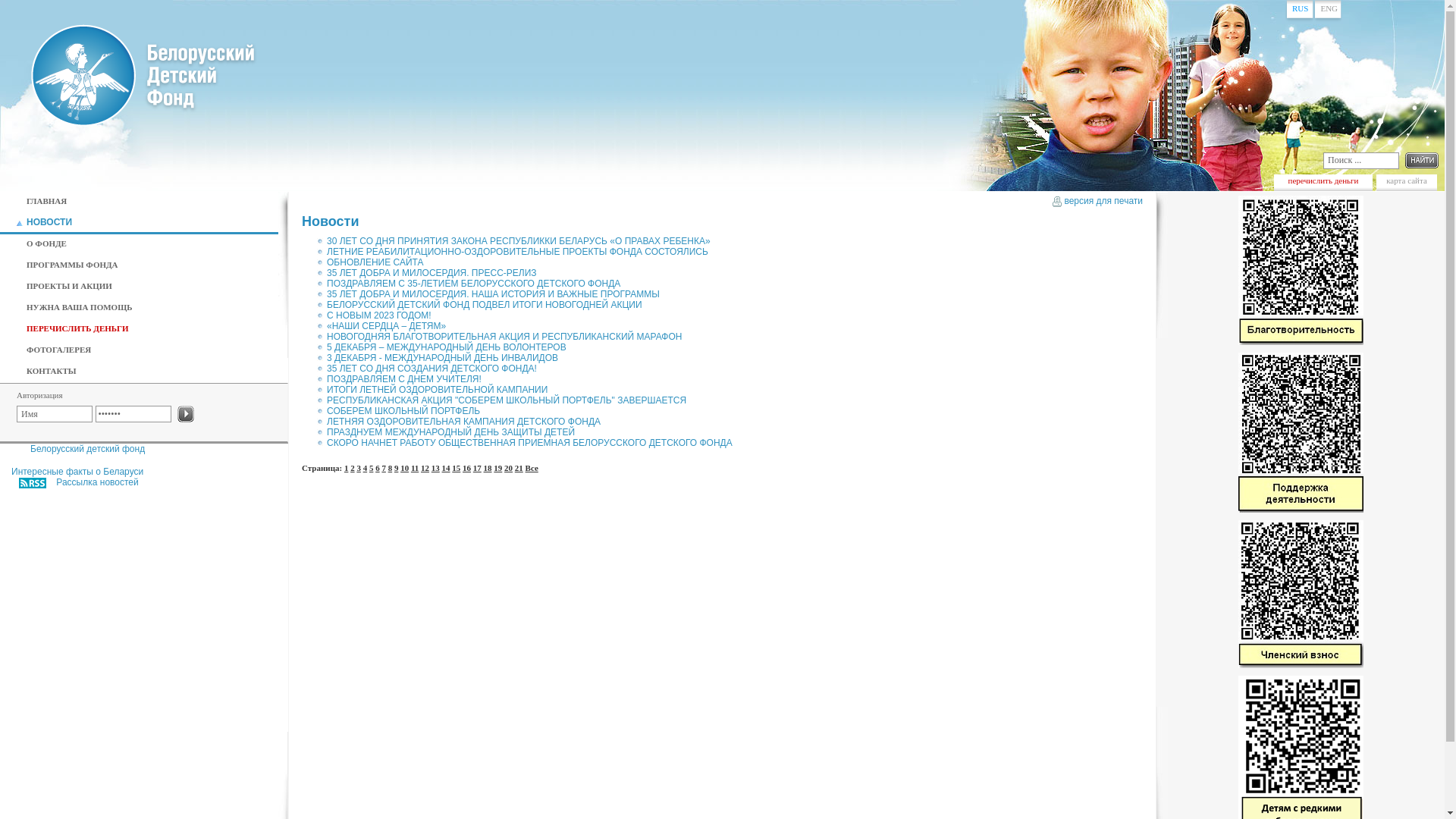 This screenshot has height=819, width=1456. I want to click on '21', so click(519, 463).